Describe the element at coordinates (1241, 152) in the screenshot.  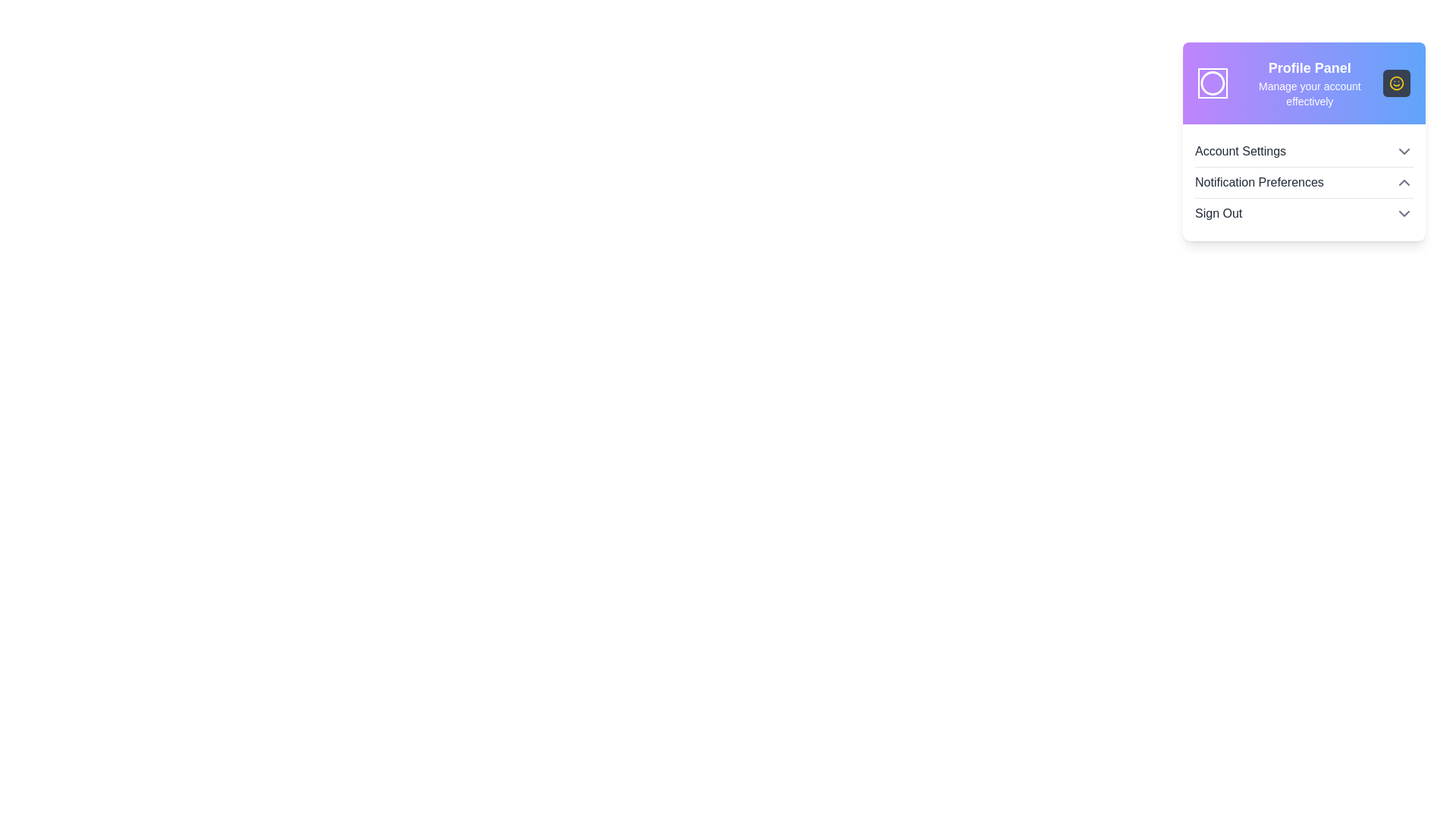
I see `the account settings text label located at the top of the dropdown menu on the right side of the interface` at that location.